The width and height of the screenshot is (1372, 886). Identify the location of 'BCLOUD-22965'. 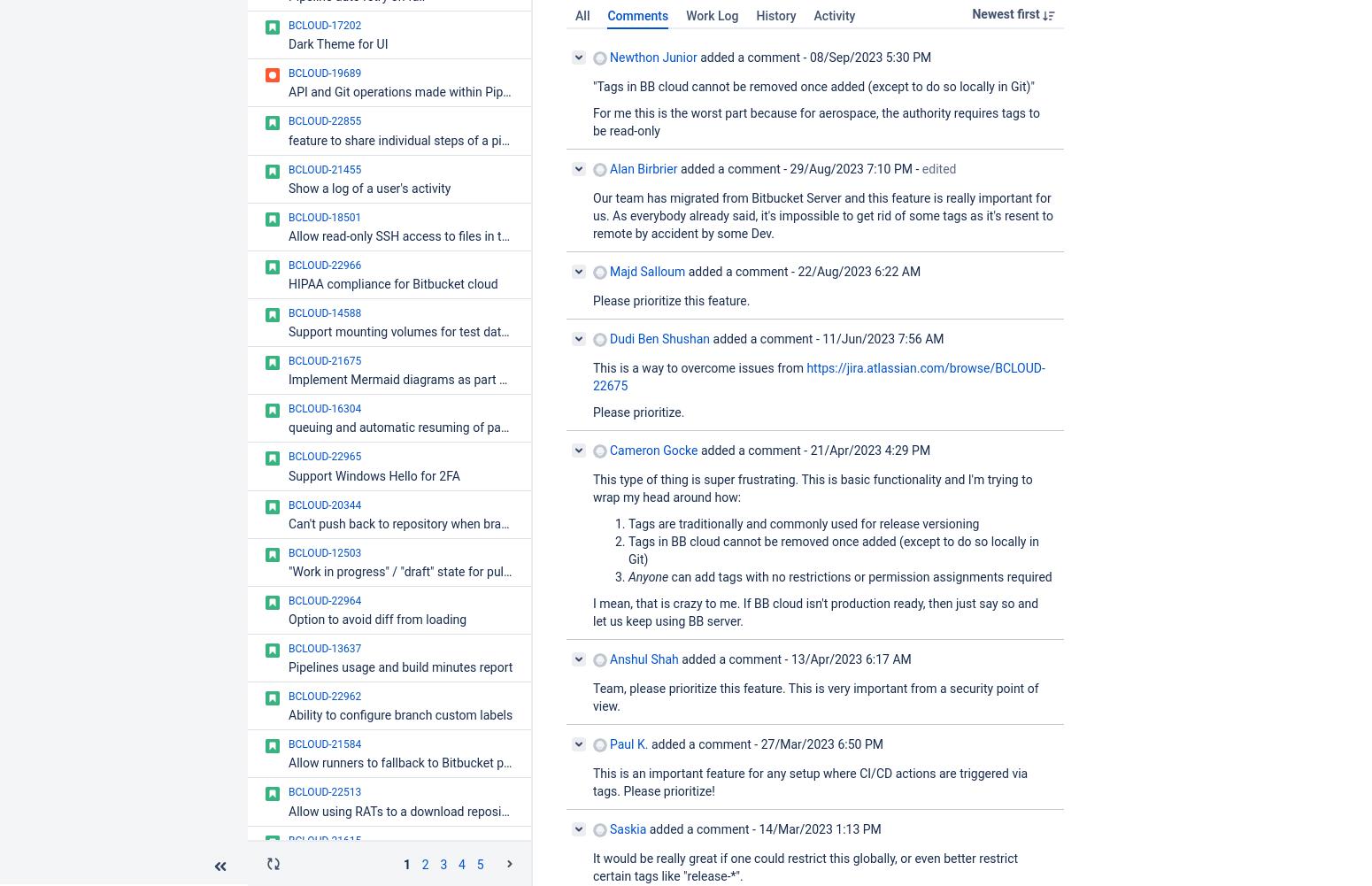
(287, 456).